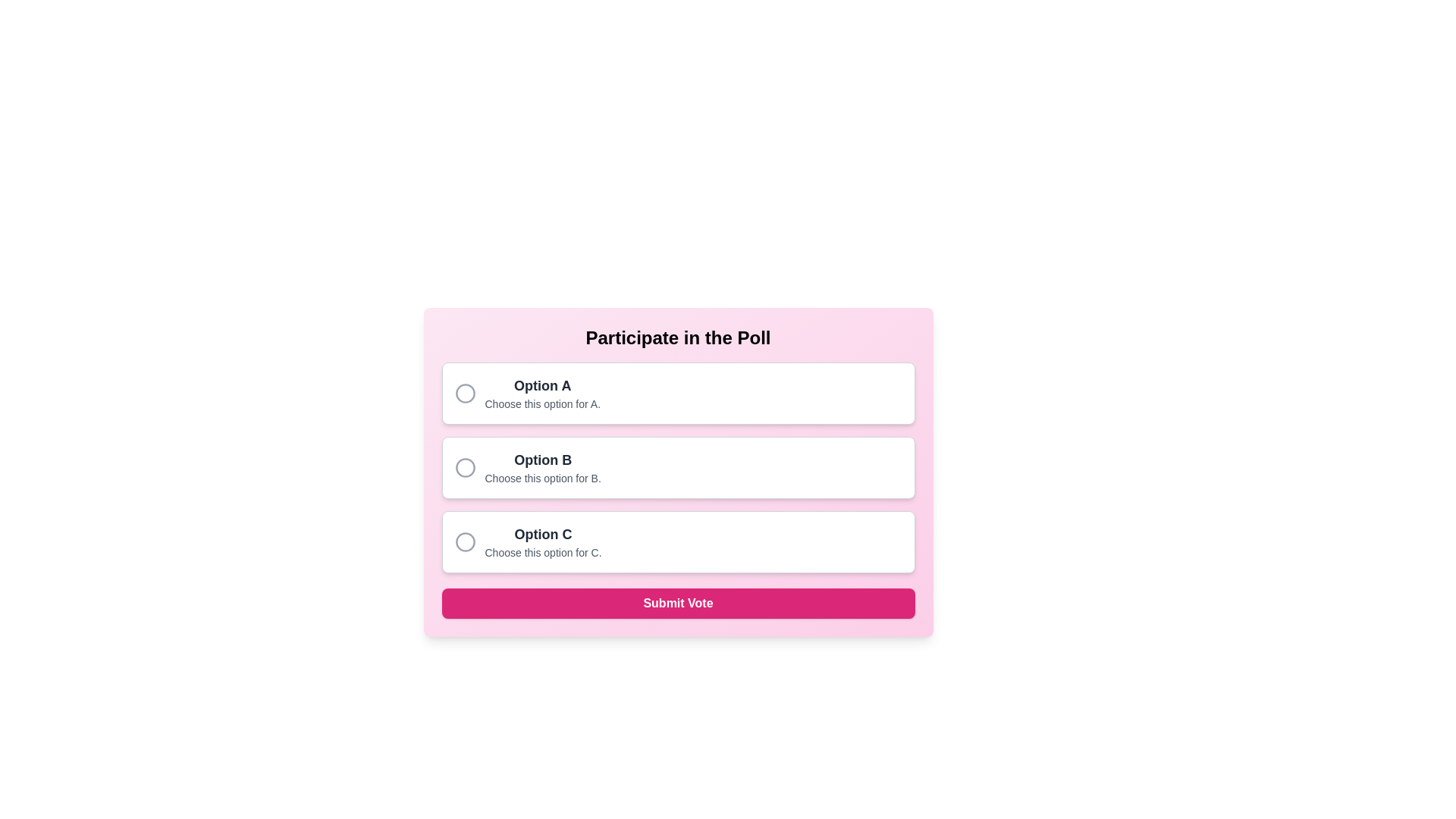 This screenshot has height=819, width=1456. I want to click on the Text Group element that provides a descriptive label and explanation for 'Option A', located to the right of the circular radio button in the first selection row of the vertically-stacked list of options, so click(542, 393).